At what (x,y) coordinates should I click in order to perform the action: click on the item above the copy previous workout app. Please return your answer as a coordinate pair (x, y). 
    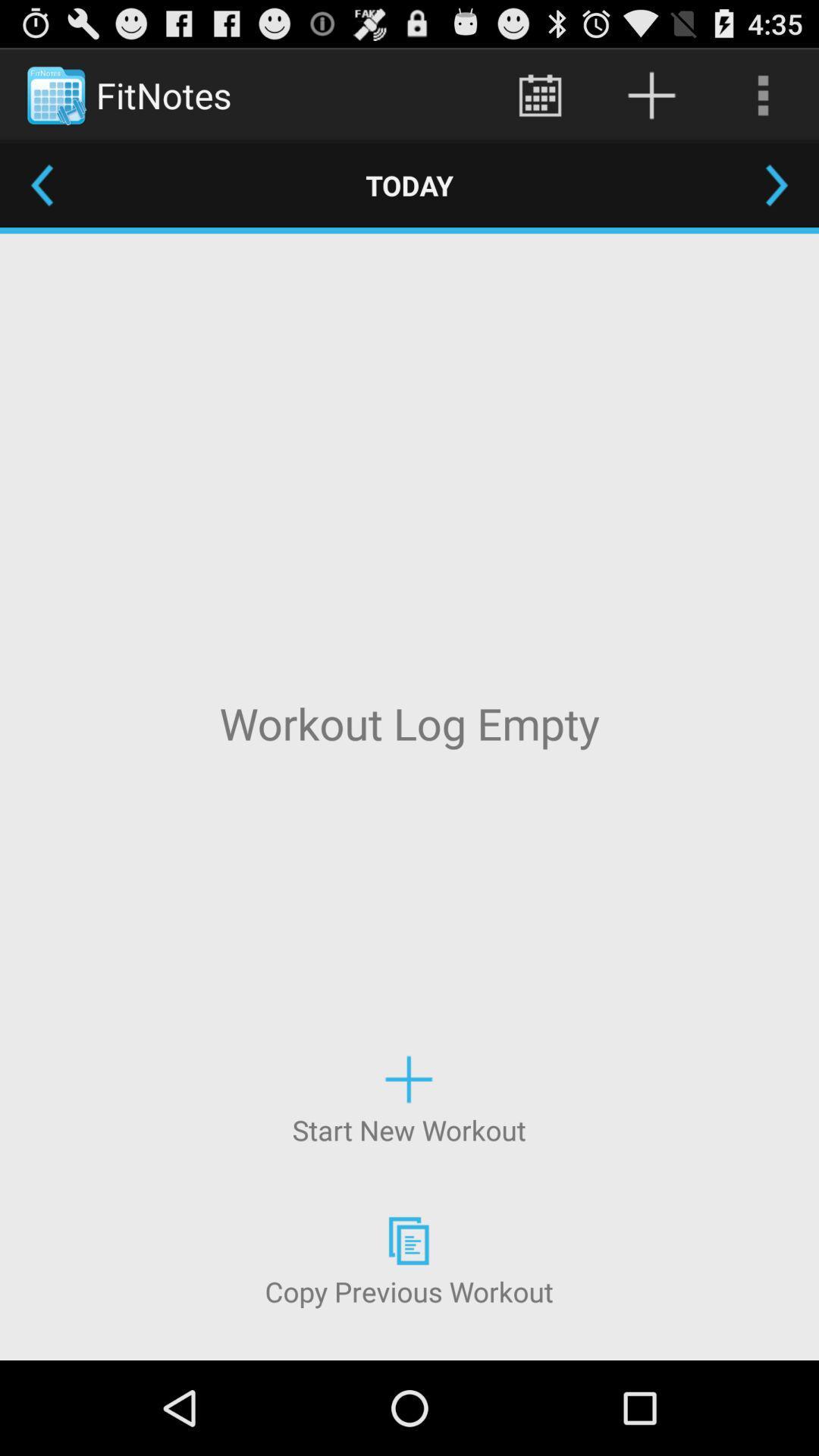
    Looking at the image, I should click on (408, 1098).